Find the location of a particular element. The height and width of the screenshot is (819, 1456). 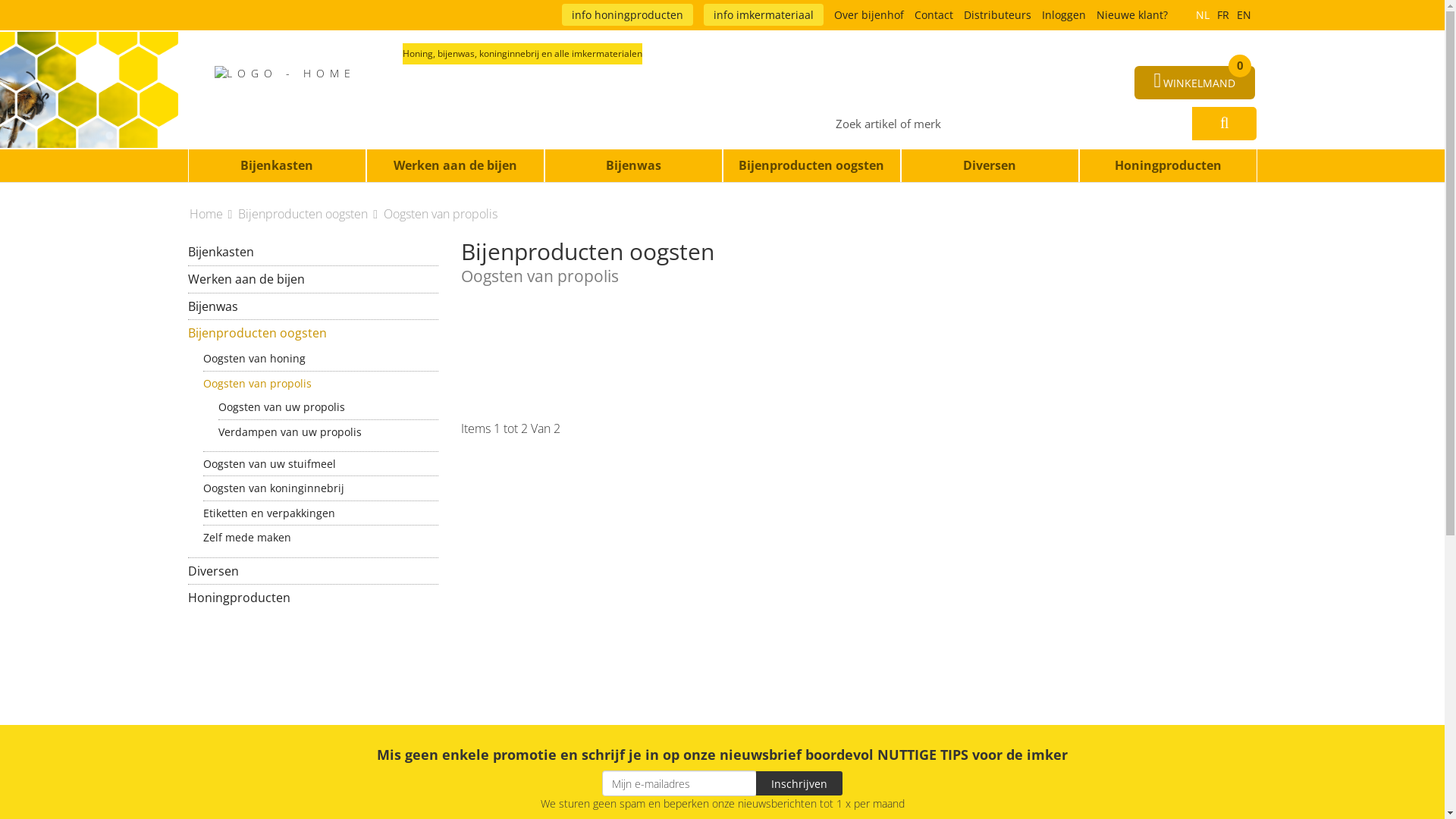

'Bijenkasten' is located at coordinates (277, 165).